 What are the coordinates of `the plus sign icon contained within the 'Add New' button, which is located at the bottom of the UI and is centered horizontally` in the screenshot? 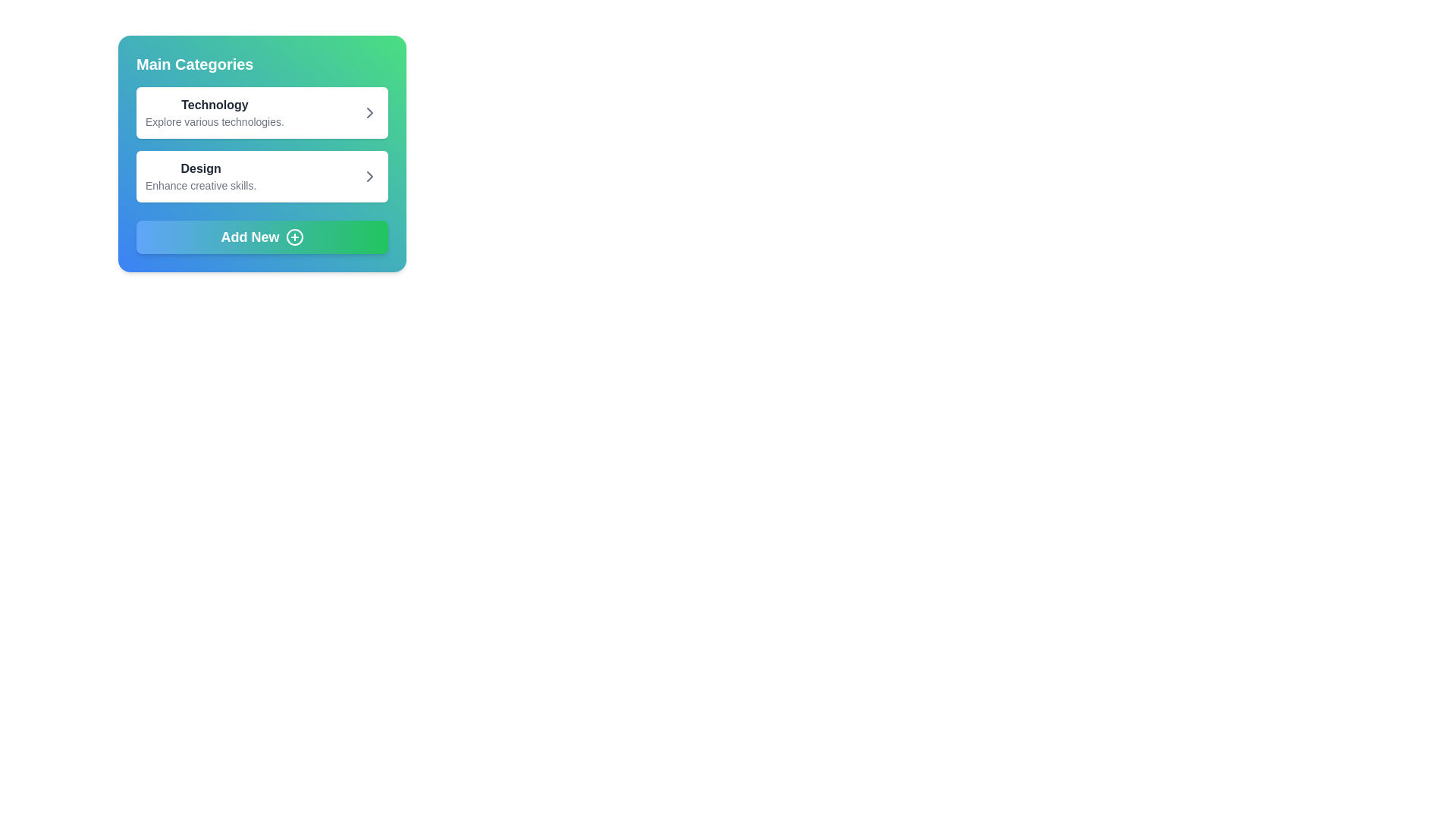 It's located at (294, 237).